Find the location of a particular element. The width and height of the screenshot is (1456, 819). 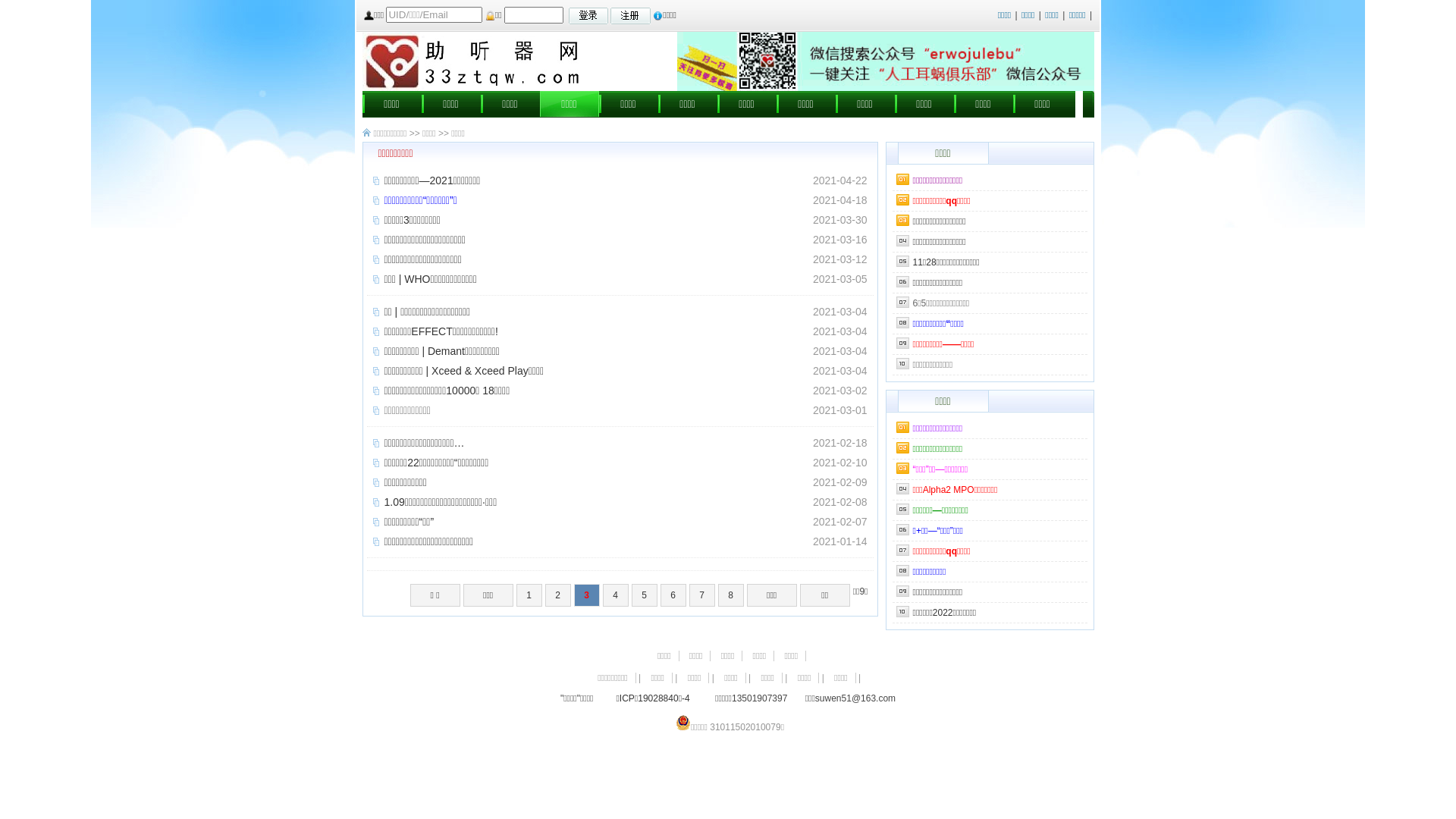

'5' is located at coordinates (644, 595).